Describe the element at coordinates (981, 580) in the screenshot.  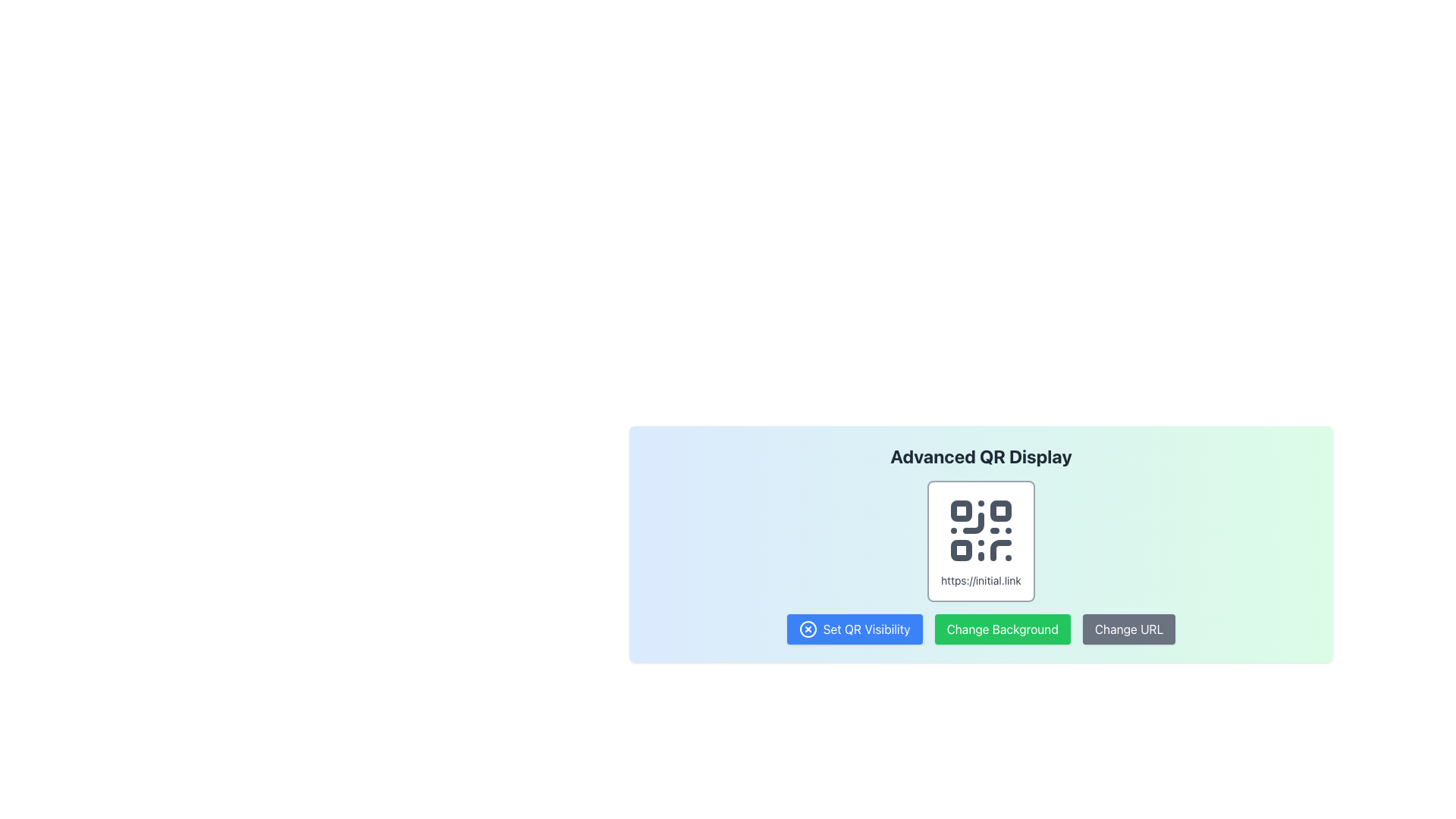
I see `the URL text element located at the bottom of the group under the QR code icon` at that location.